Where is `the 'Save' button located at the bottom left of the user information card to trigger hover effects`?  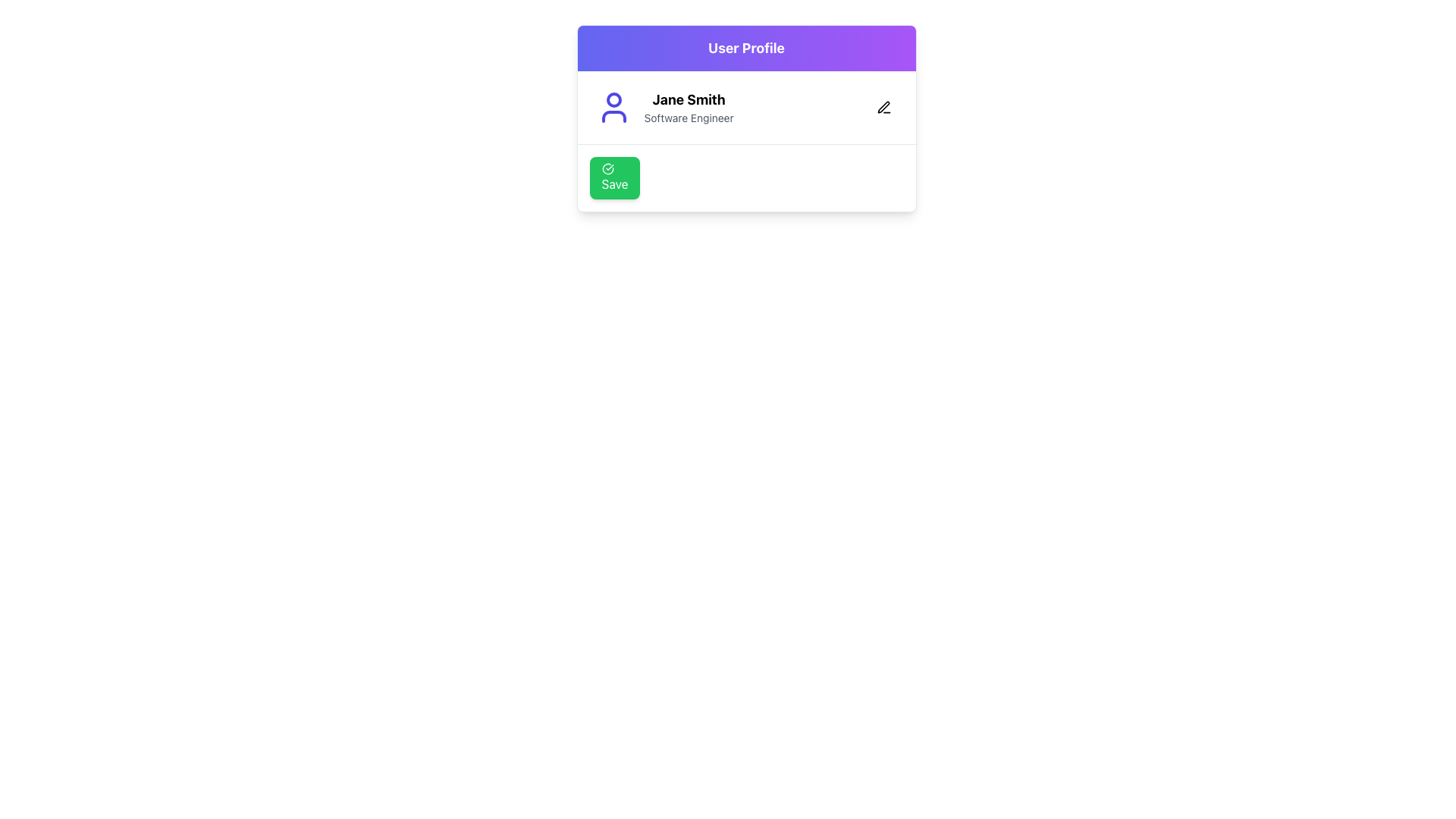 the 'Save' button located at the bottom left of the user information card to trigger hover effects is located at coordinates (615, 177).